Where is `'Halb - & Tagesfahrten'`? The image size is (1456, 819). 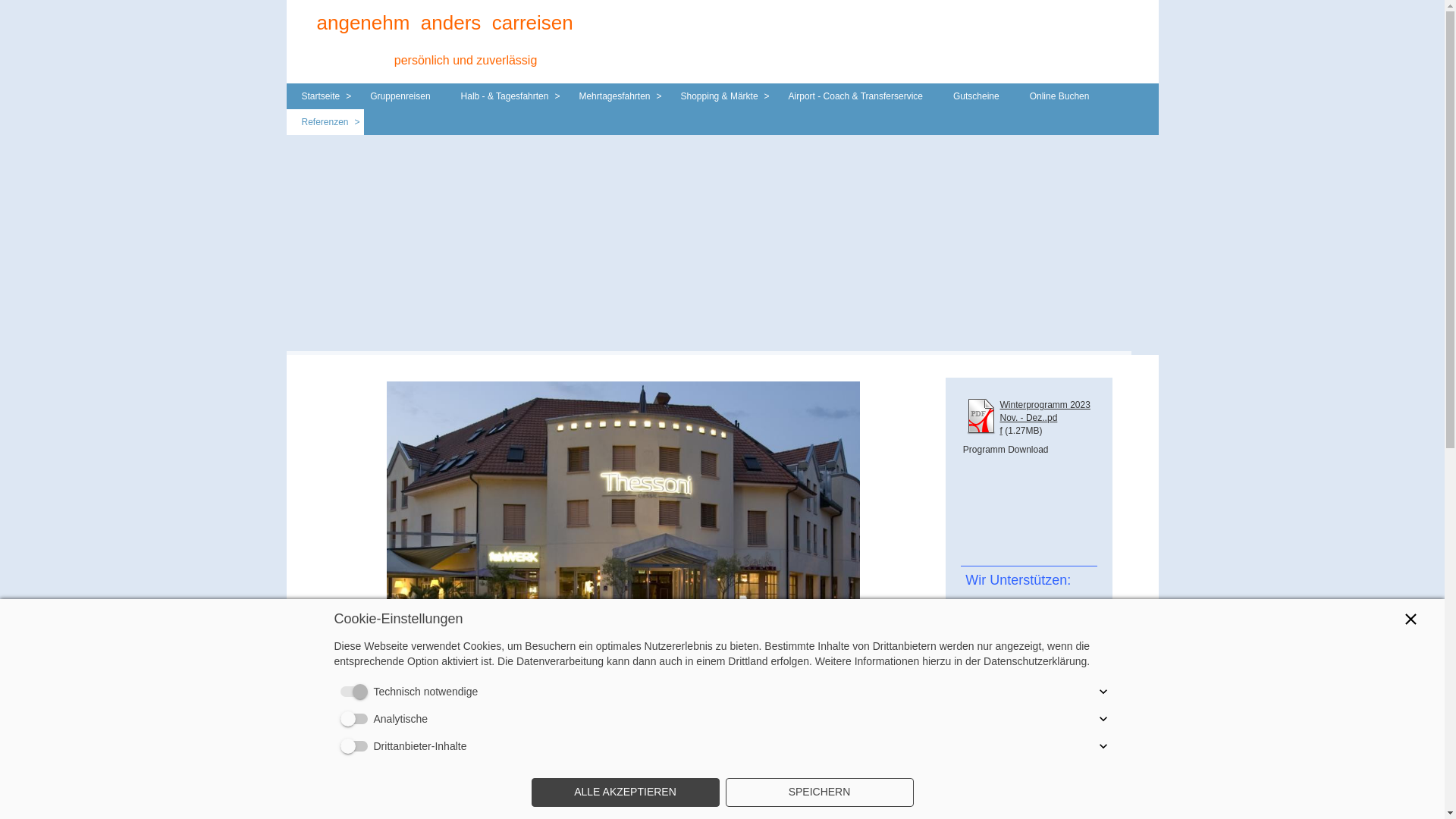 'Halb - & Tagesfahrten' is located at coordinates (505, 96).